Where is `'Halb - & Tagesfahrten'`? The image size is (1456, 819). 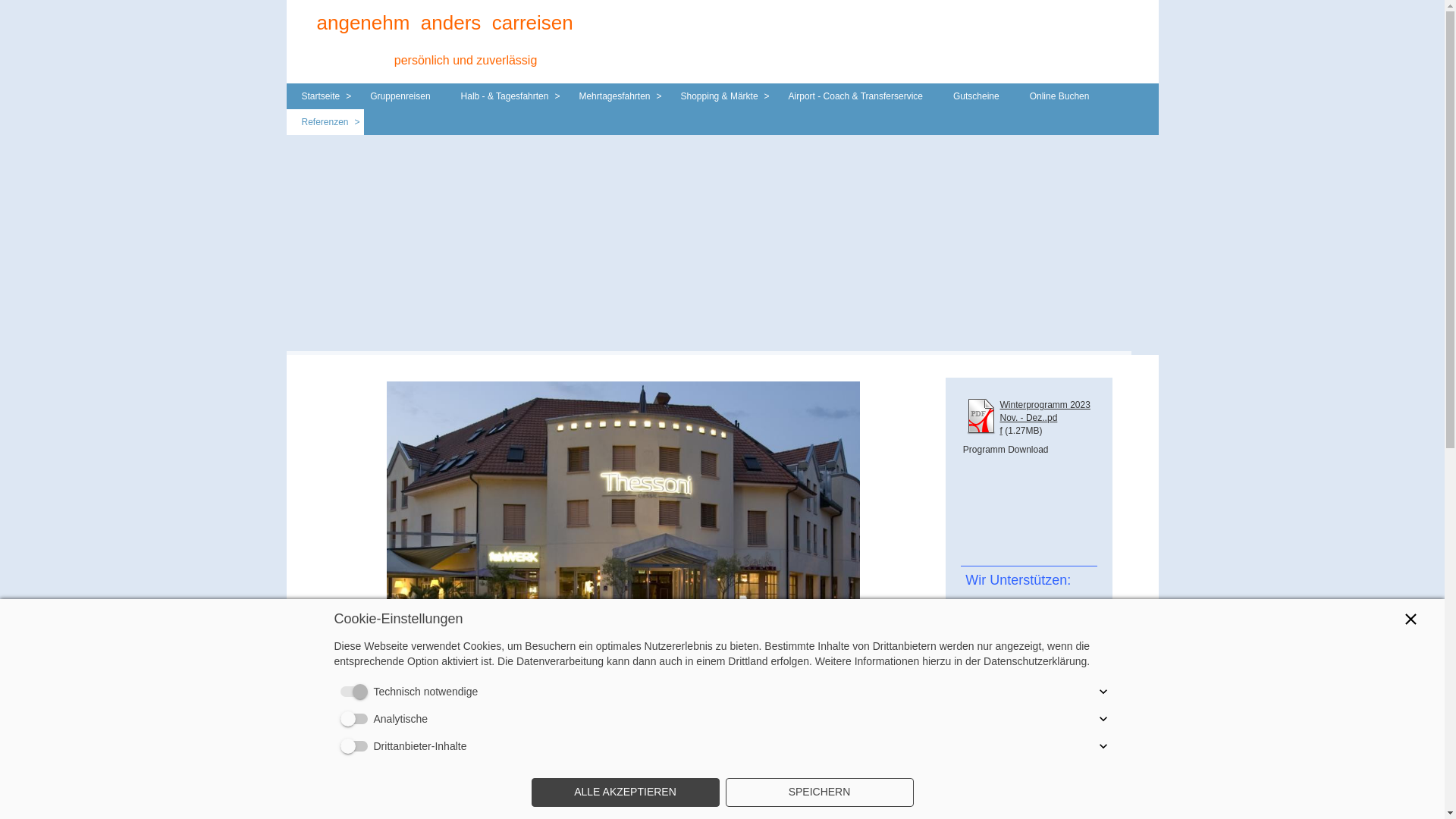 'Halb - & Tagesfahrten' is located at coordinates (505, 96).